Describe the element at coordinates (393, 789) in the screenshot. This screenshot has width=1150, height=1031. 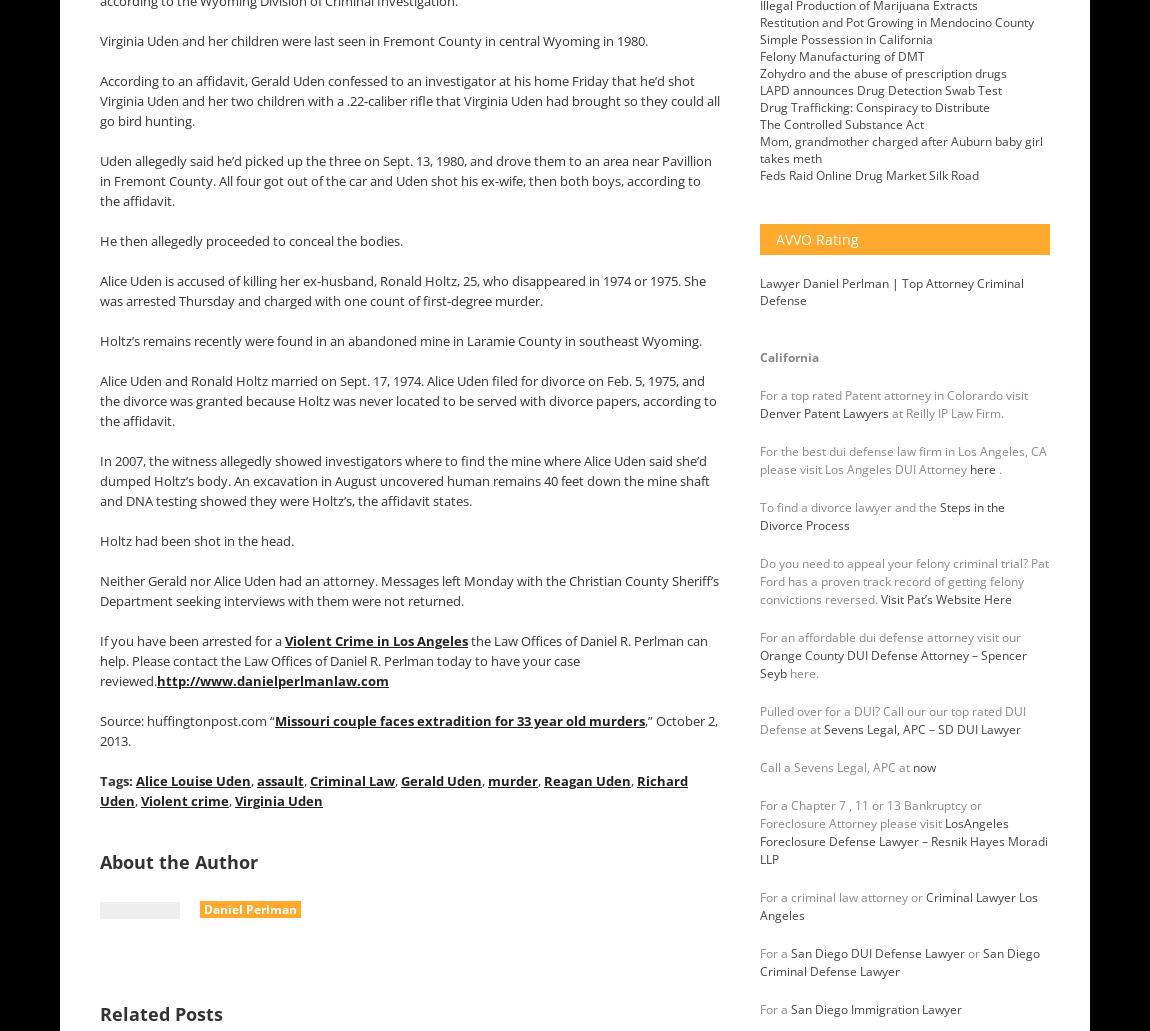
I see `'Richard Uden'` at that location.